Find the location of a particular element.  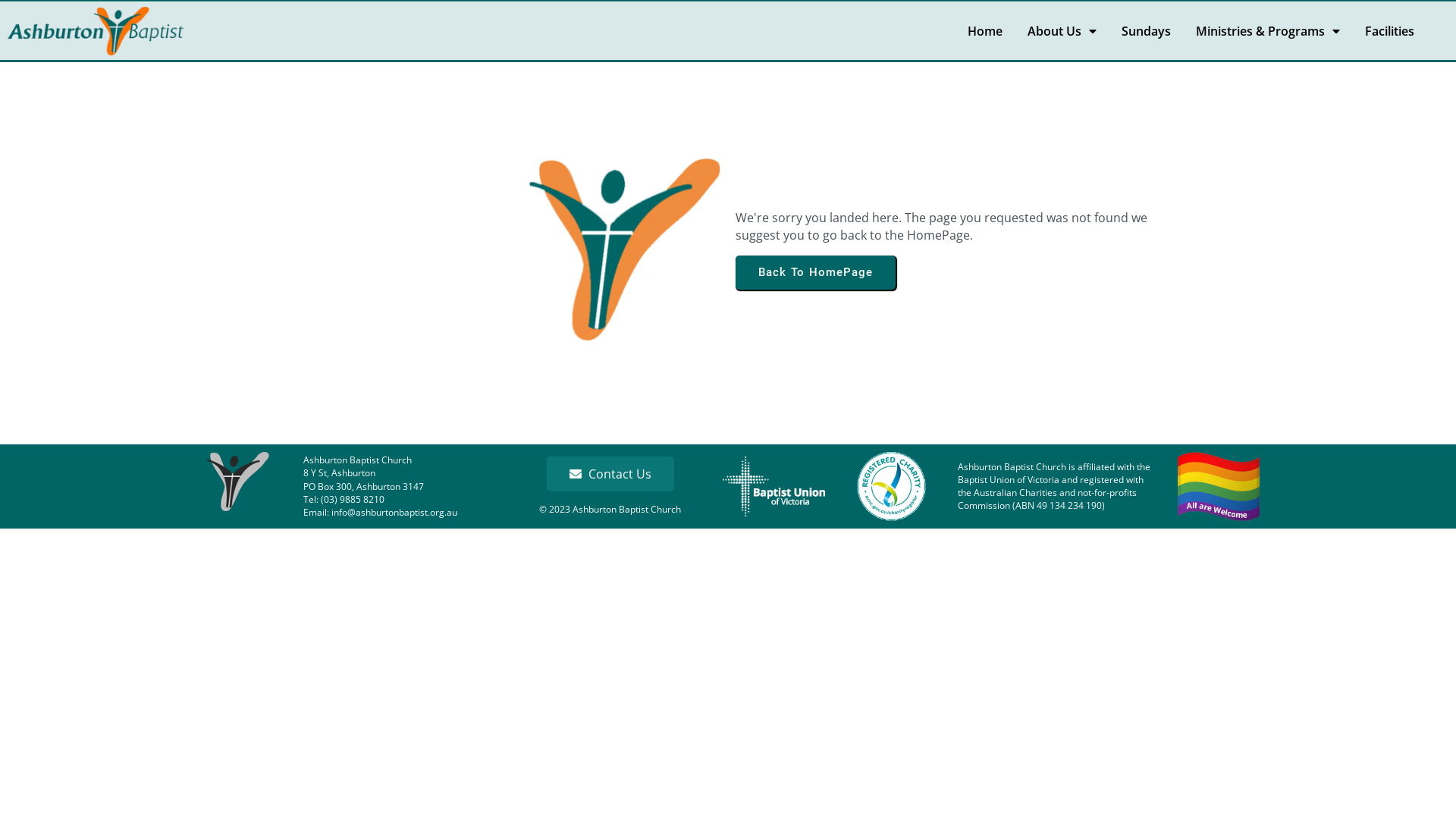

'ACNC' is located at coordinates (891, 486).